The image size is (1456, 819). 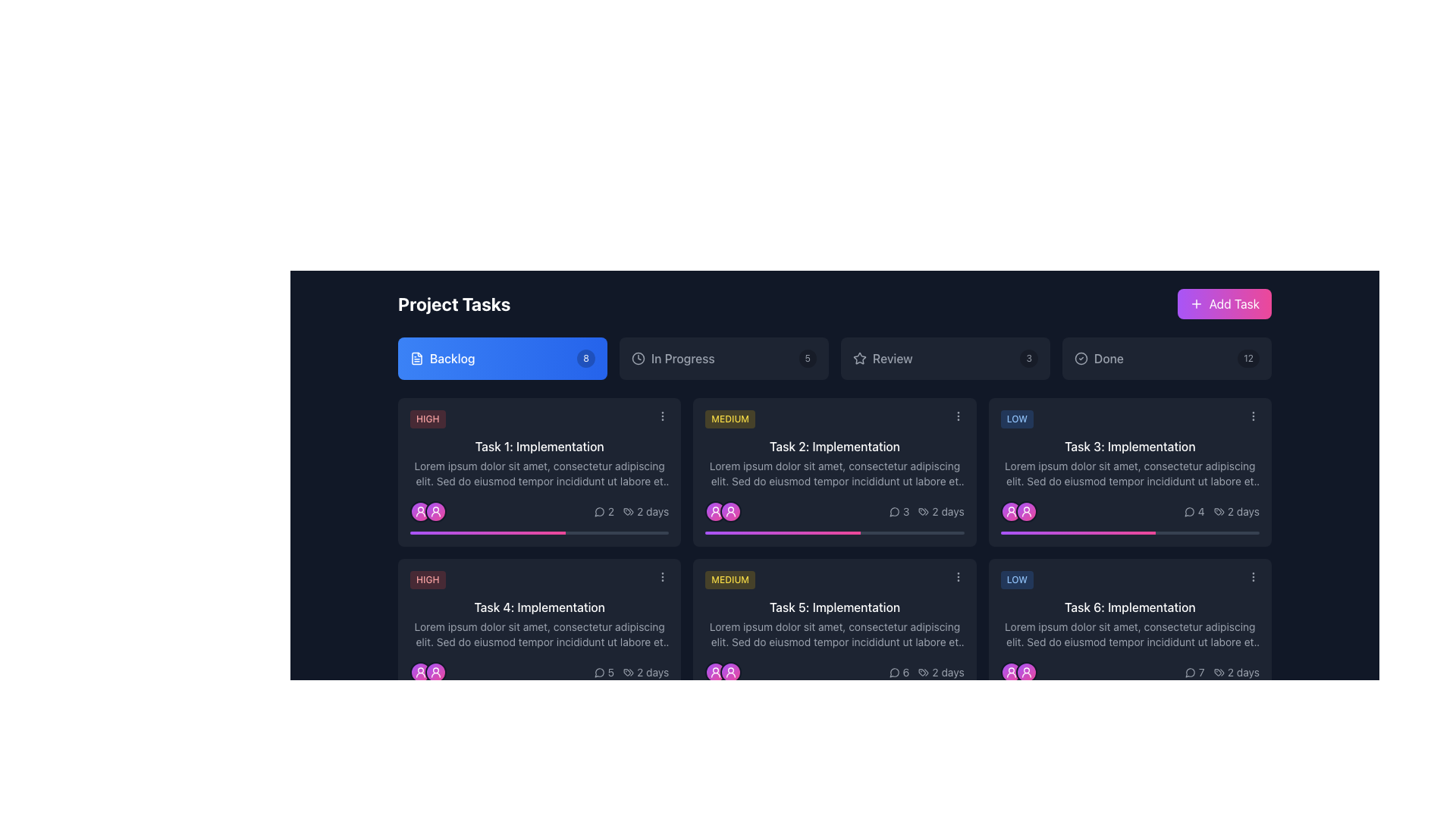 I want to click on and interpret the displayed number '5' from the text label, which is positioned to the right of a speech bubble icon in the Backlog column, so click(x=610, y=672).